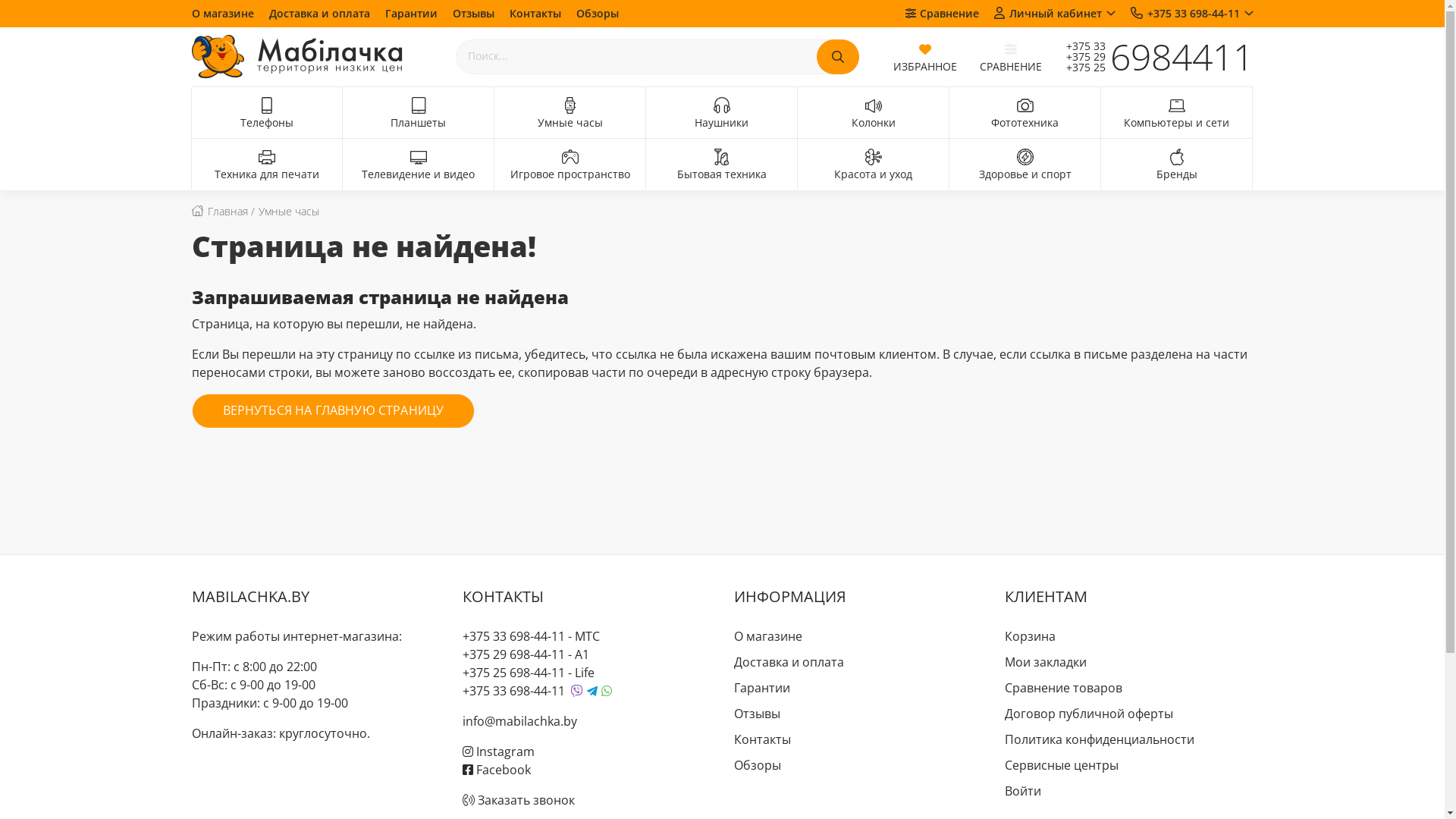  I want to click on 'APPLY', so click(814, 55).